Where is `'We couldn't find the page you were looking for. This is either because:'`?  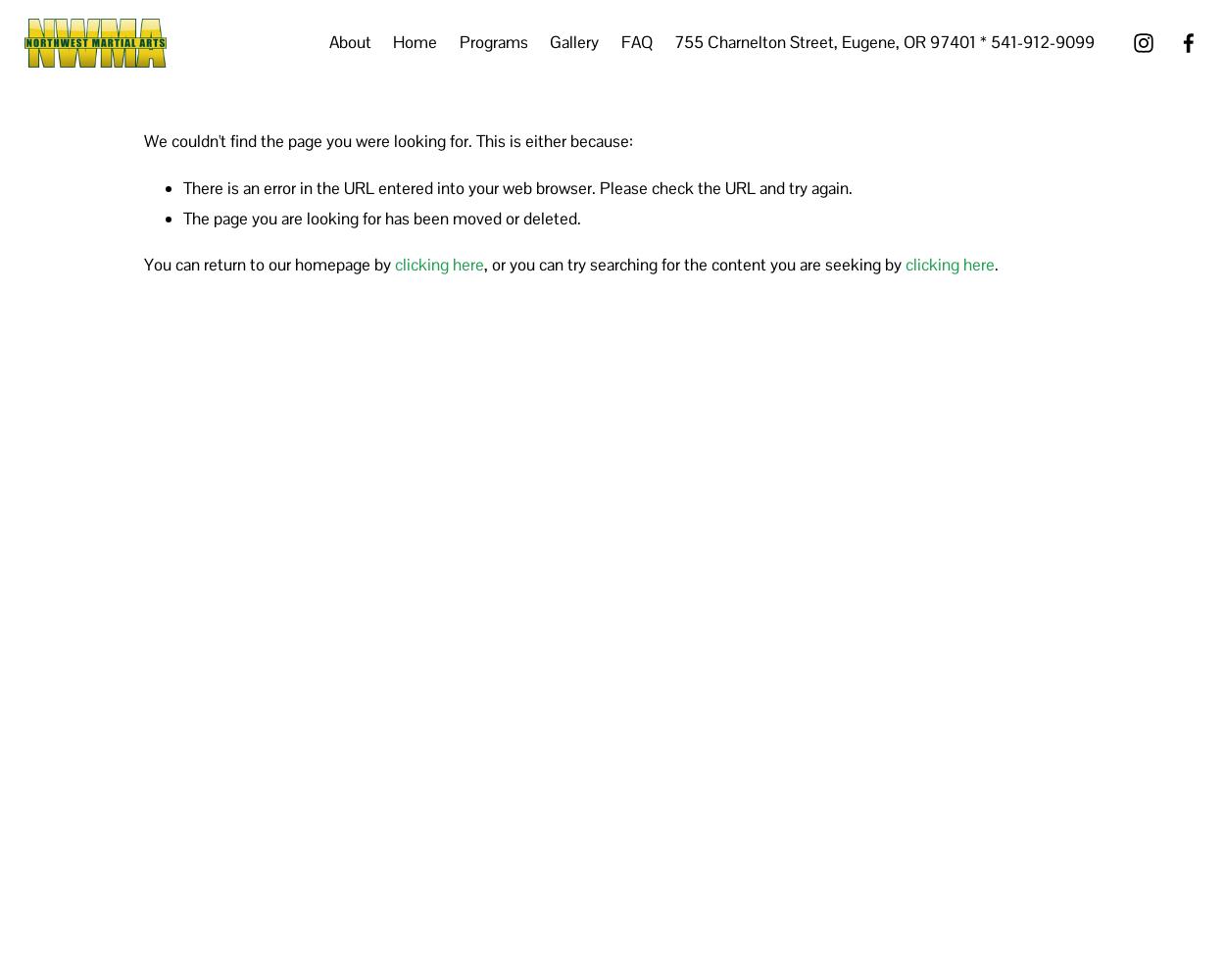 'We couldn't find the page you were looking for. This is either because:' is located at coordinates (388, 141).